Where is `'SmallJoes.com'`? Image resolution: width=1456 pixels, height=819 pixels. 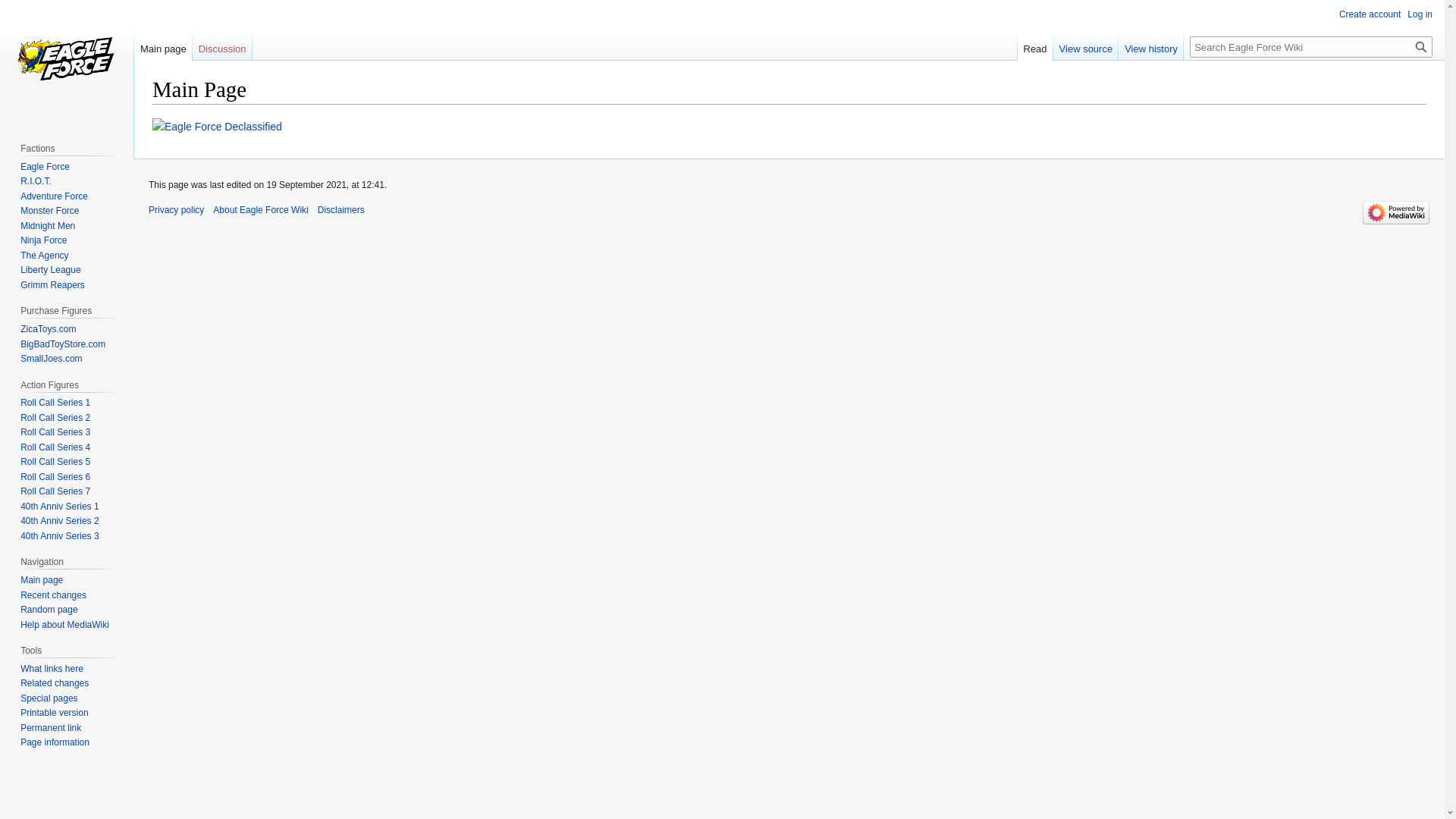
'SmallJoes.com' is located at coordinates (51, 359).